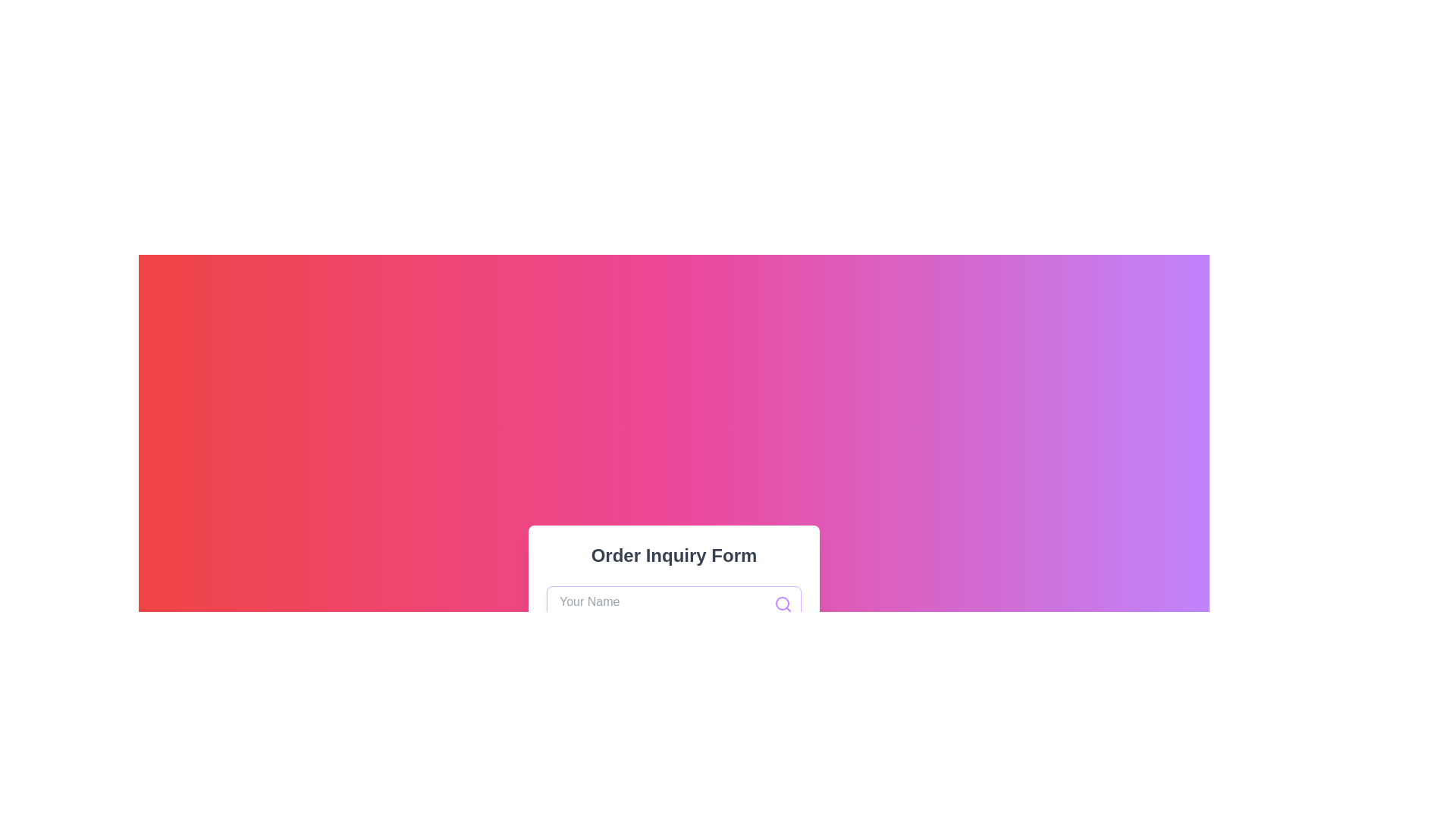 This screenshot has width=1456, height=819. I want to click on the visual function of the circular vector graphic element within the search icon located to the right of the 'Your Name' text input field in the 'Order Inquiry Form', so click(783, 602).